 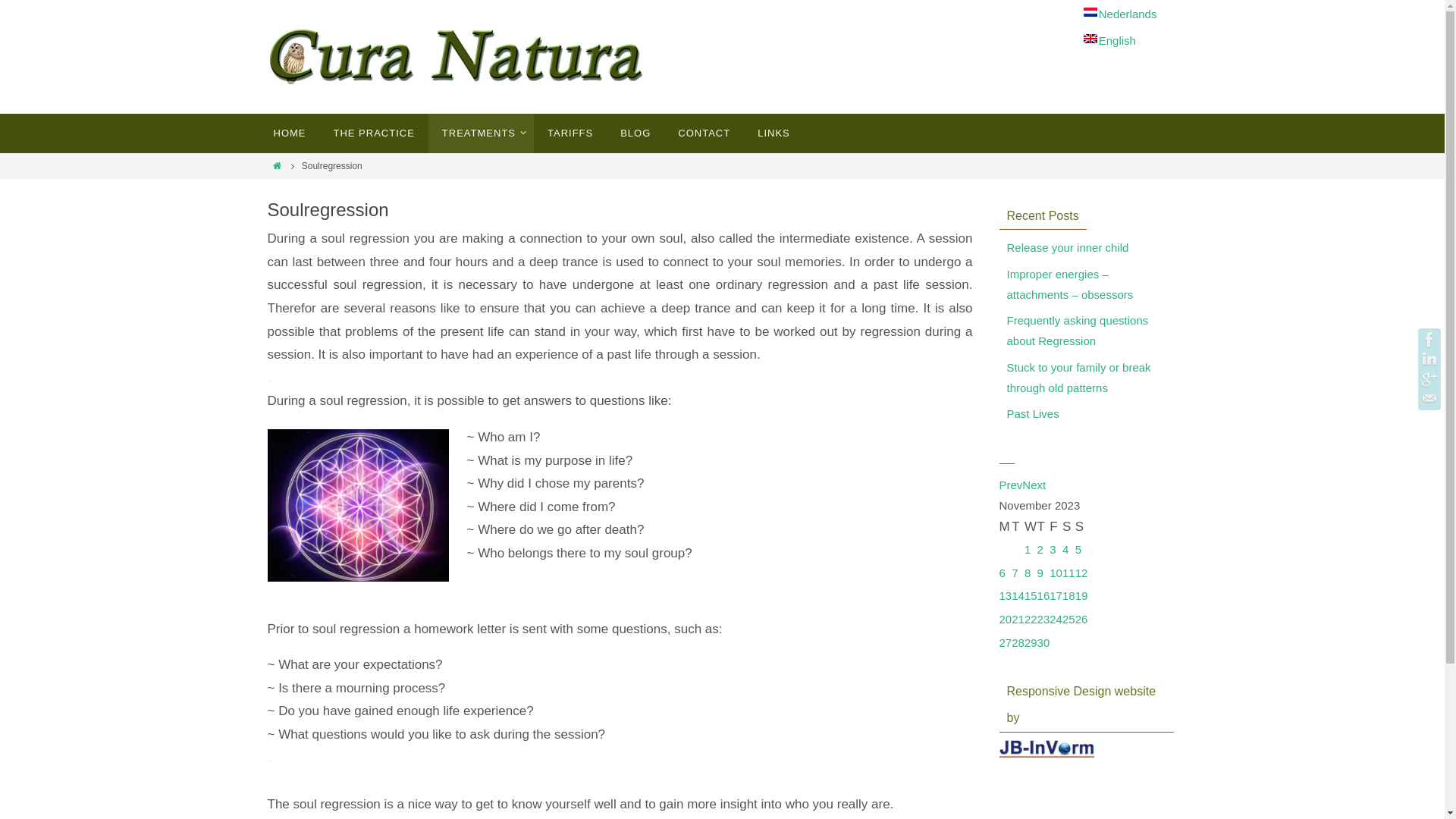 I want to click on '11', so click(x=1062, y=573).